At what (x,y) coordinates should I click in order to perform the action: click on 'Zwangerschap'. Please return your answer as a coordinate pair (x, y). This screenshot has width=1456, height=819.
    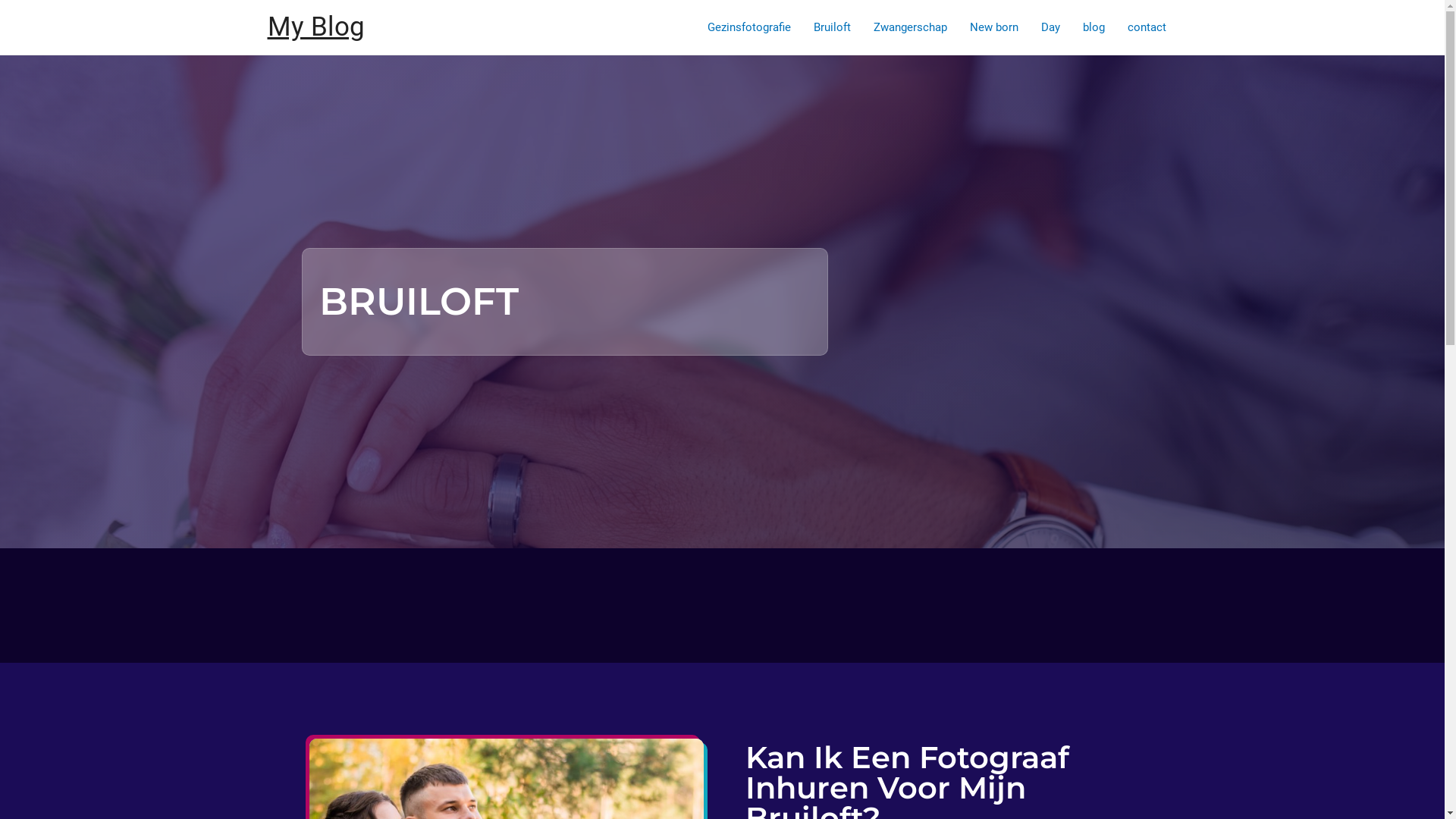
    Looking at the image, I should click on (909, 27).